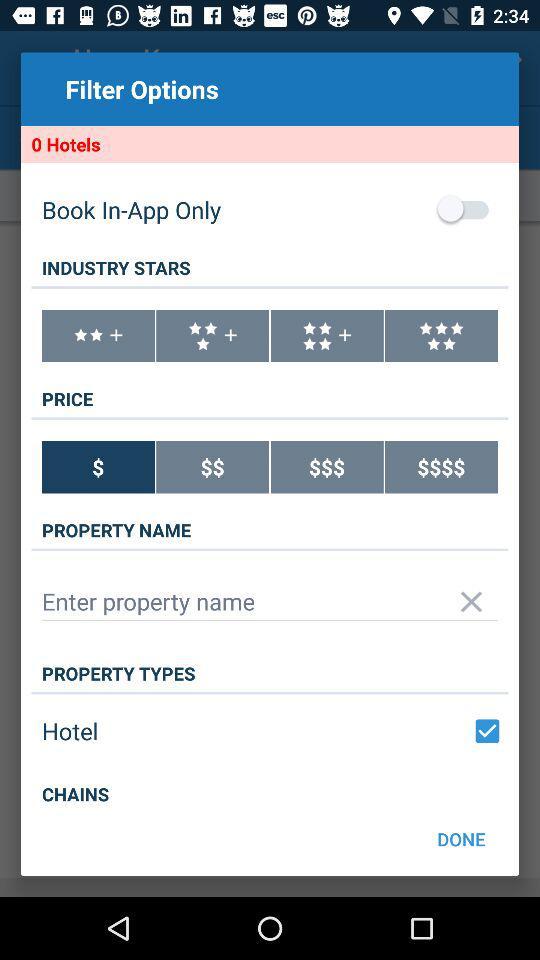  I want to click on property name, so click(270, 600).